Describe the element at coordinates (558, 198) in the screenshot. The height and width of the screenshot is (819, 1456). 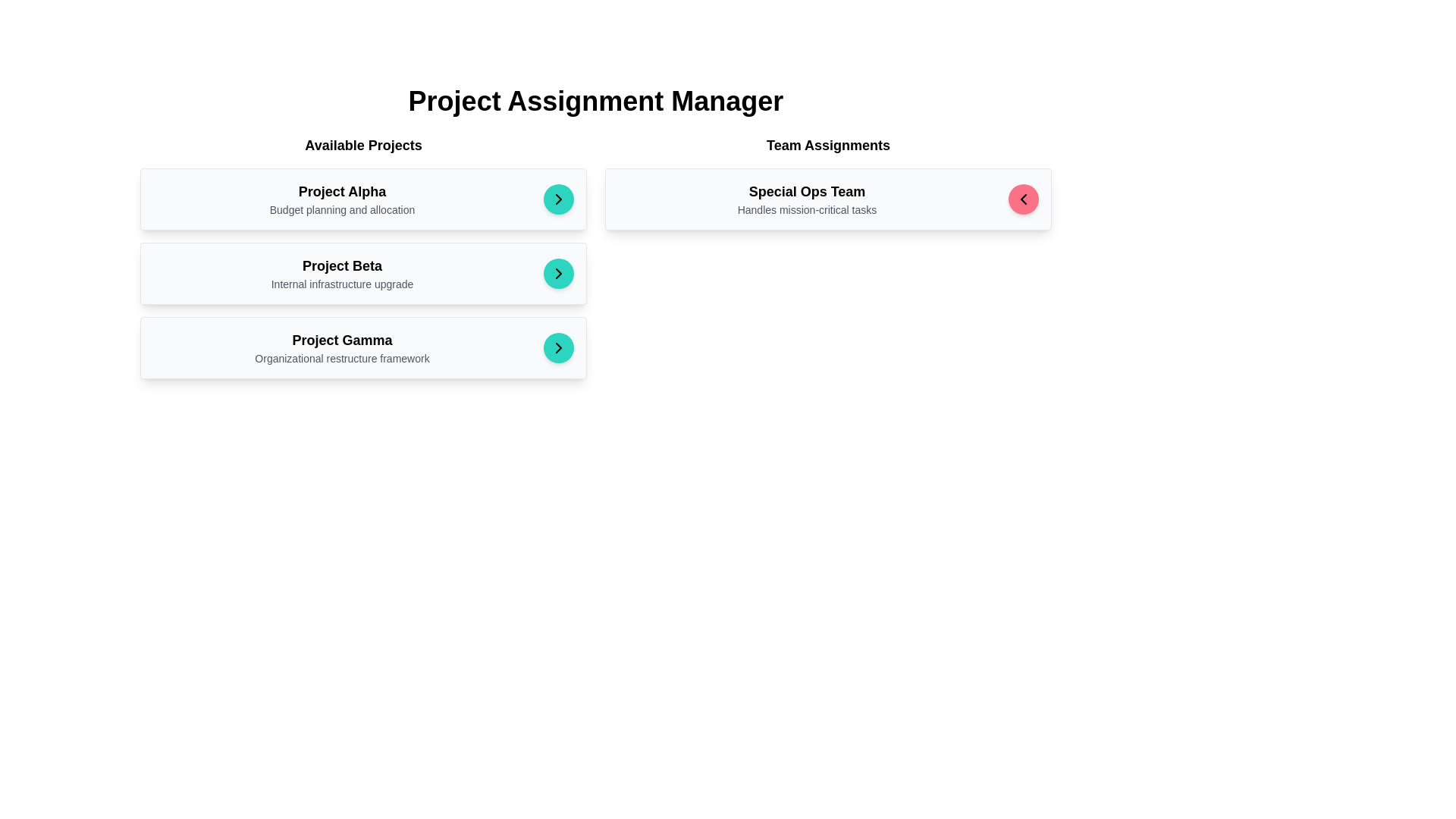
I see `the navigational arrow icon, which is a black arrow-shaped geometric figure on a turquoise circular background` at that location.